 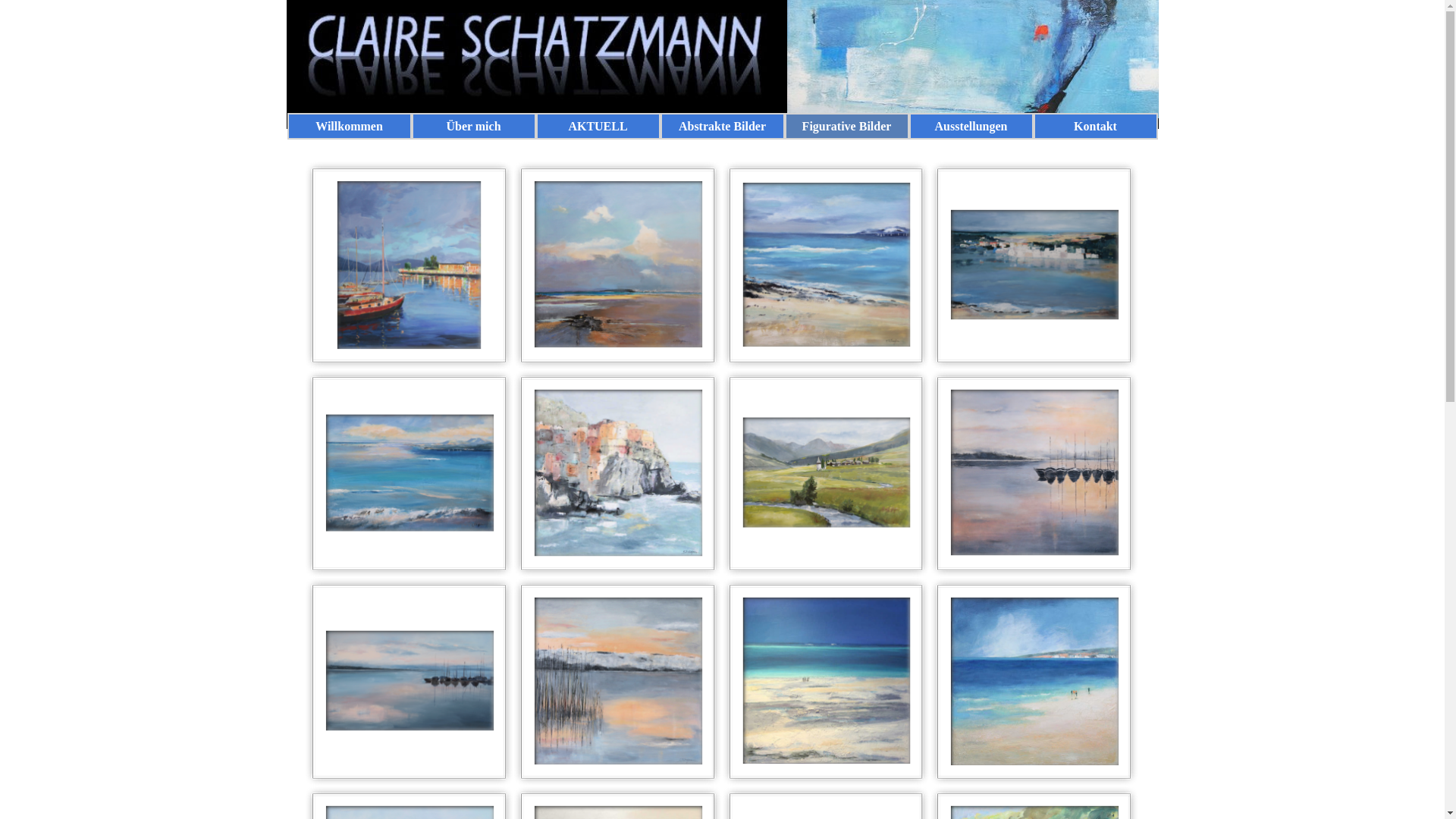 What do you see at coordinates (292, 125) in the screenshot?
I see `'Willkommen'` at bounding box center [292, 125].